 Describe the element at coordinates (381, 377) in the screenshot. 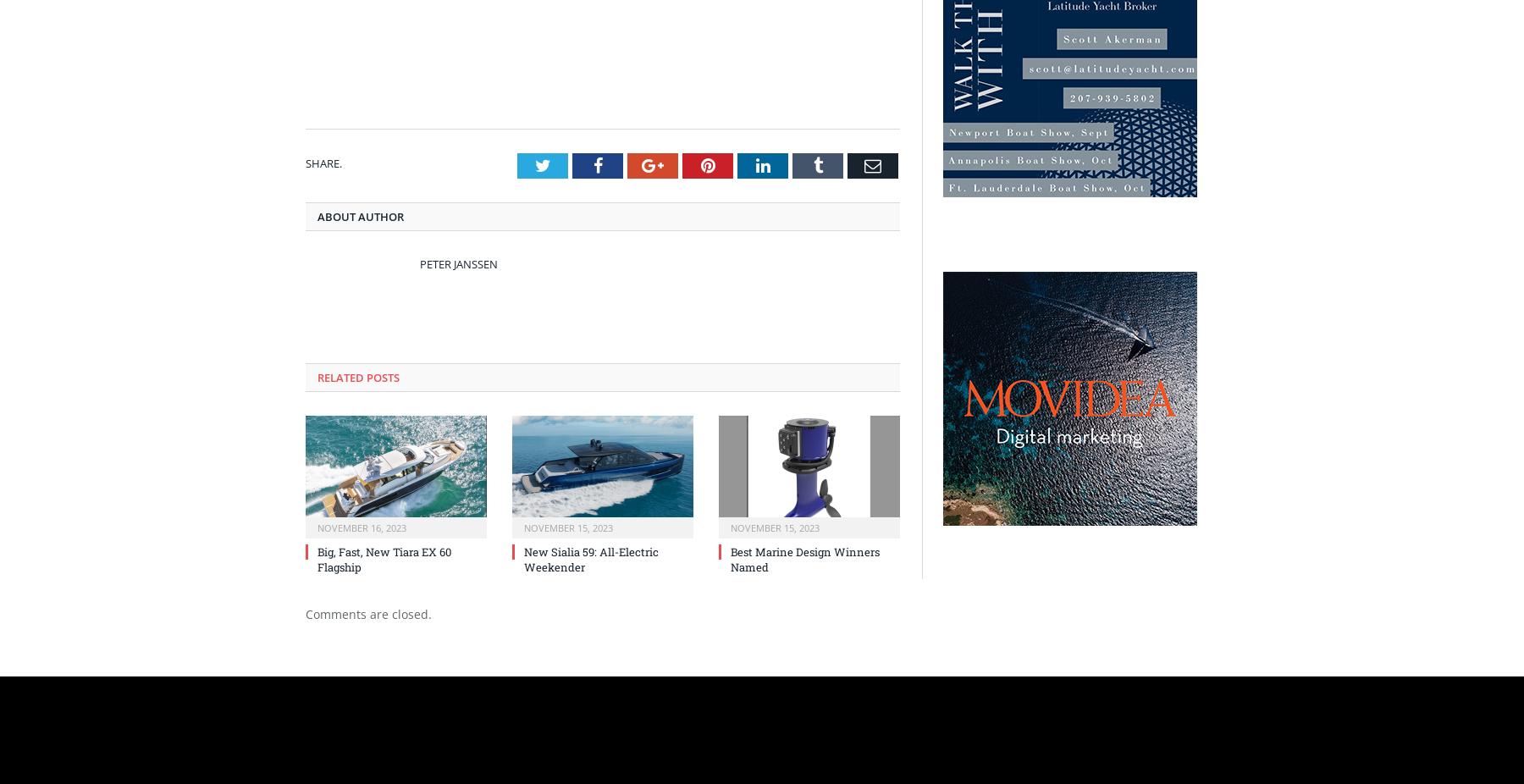

I see `'Posts'` at that location.